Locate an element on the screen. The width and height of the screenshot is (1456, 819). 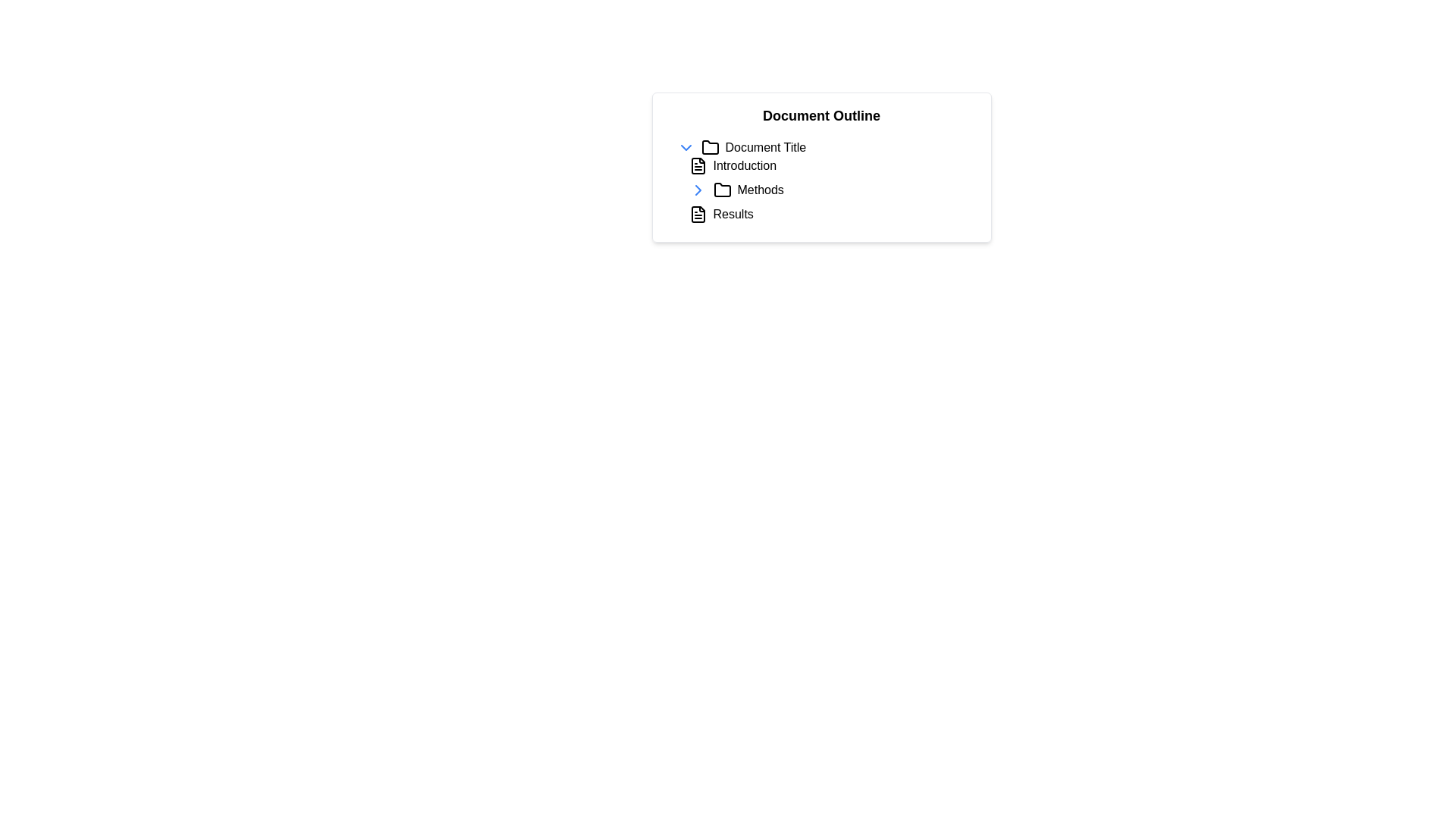
the first list item is located at coordinates (827, 148).